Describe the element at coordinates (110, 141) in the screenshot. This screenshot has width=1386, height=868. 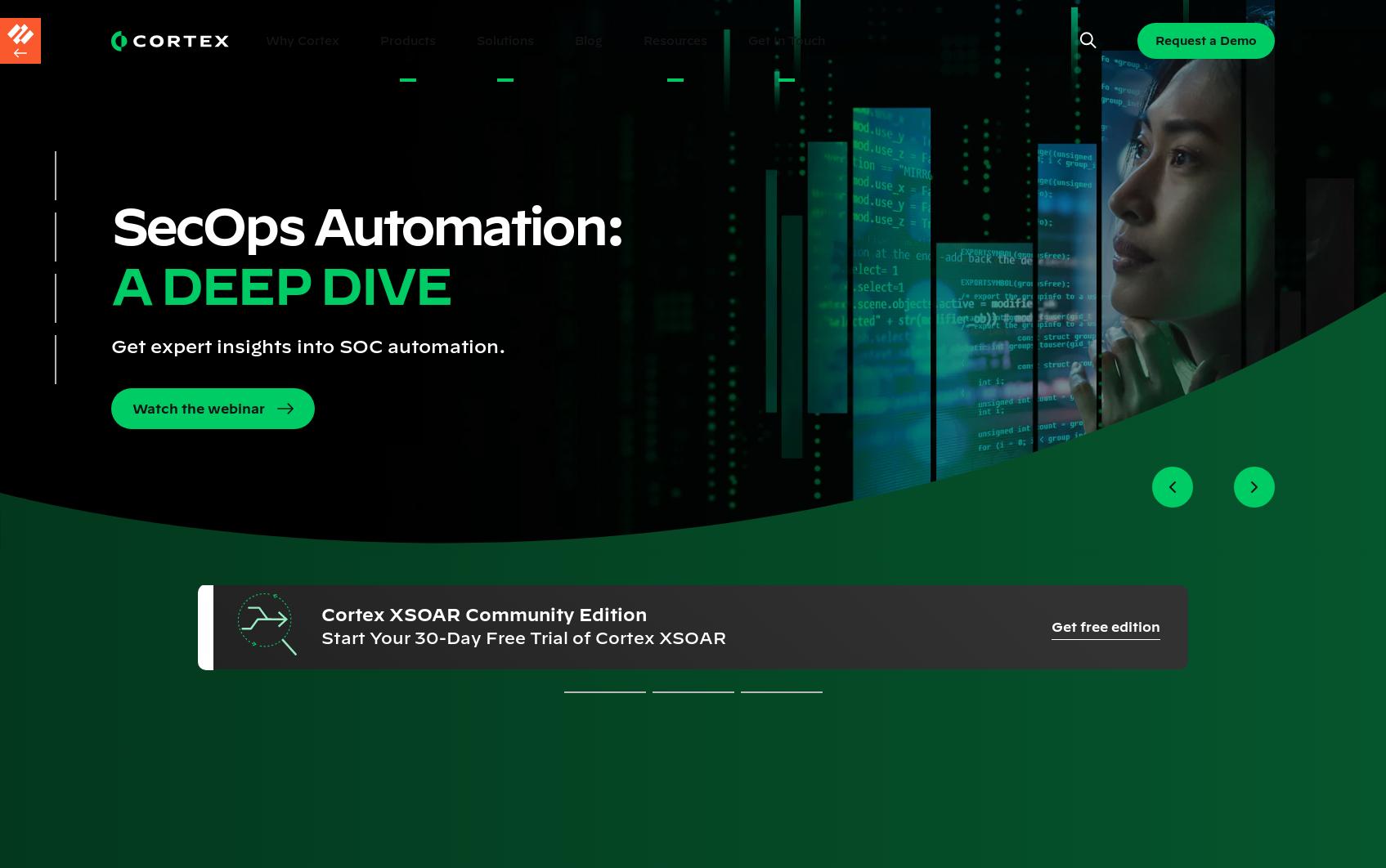
I see `'Request your Personal Cortex XSOAR Demo'` at that location.